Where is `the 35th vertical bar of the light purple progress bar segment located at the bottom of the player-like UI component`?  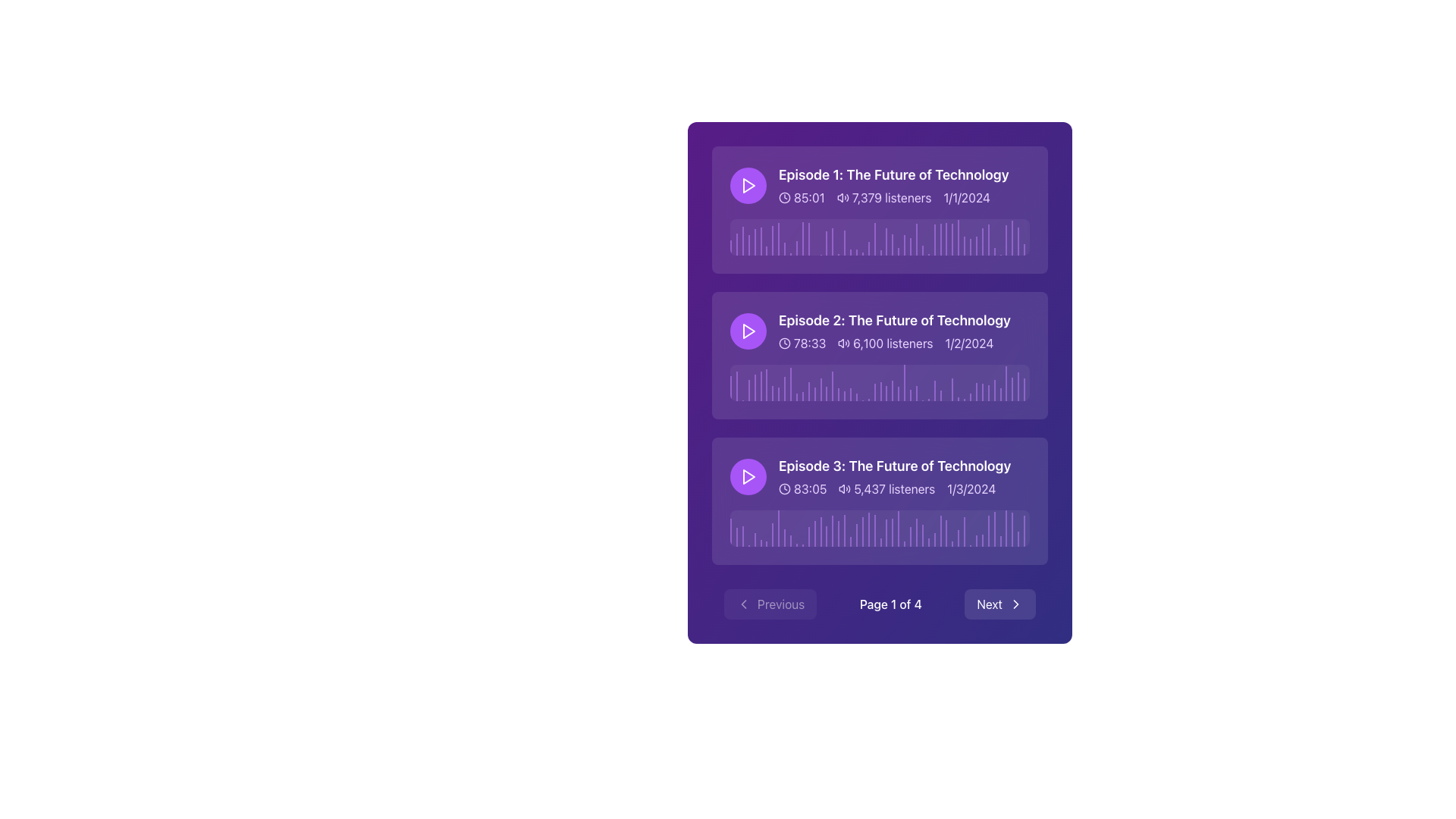
the 35th vertical bar of the light purple progress bar segment located at the bottom of the player-like UI component is located at coordinates (934, 538).